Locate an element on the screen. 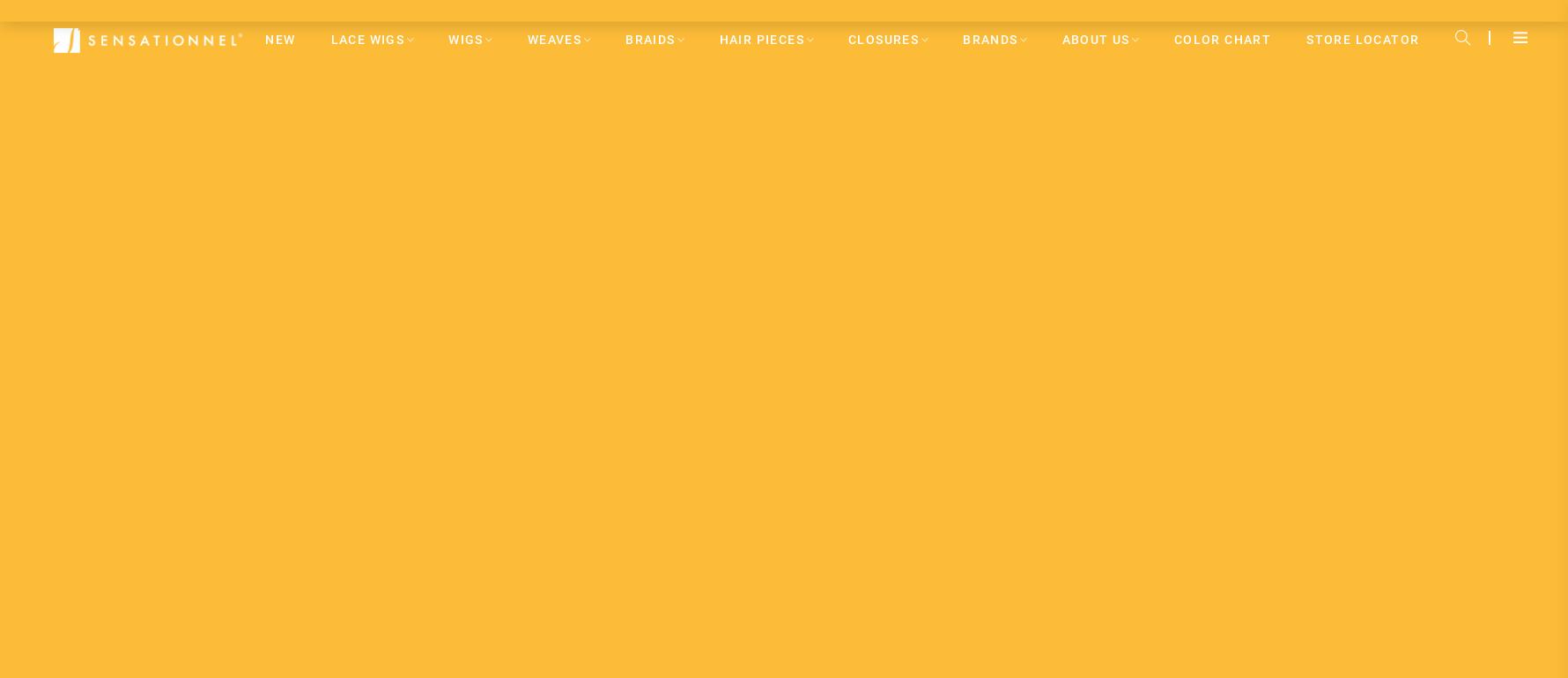  'BRANDS' is located at coordinates (989, 38).